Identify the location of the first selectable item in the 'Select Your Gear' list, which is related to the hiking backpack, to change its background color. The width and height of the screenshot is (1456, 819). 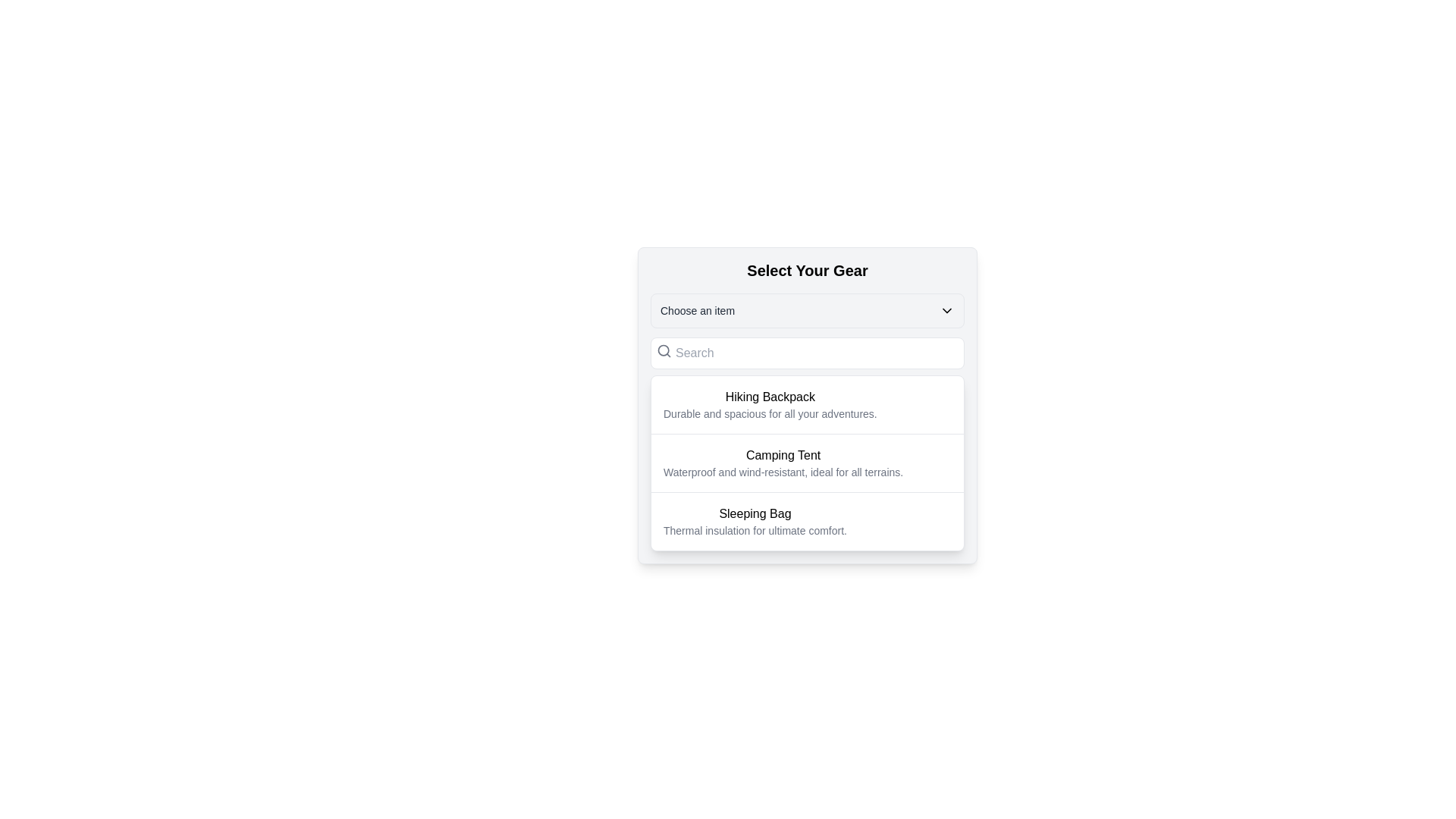
(807, 403).